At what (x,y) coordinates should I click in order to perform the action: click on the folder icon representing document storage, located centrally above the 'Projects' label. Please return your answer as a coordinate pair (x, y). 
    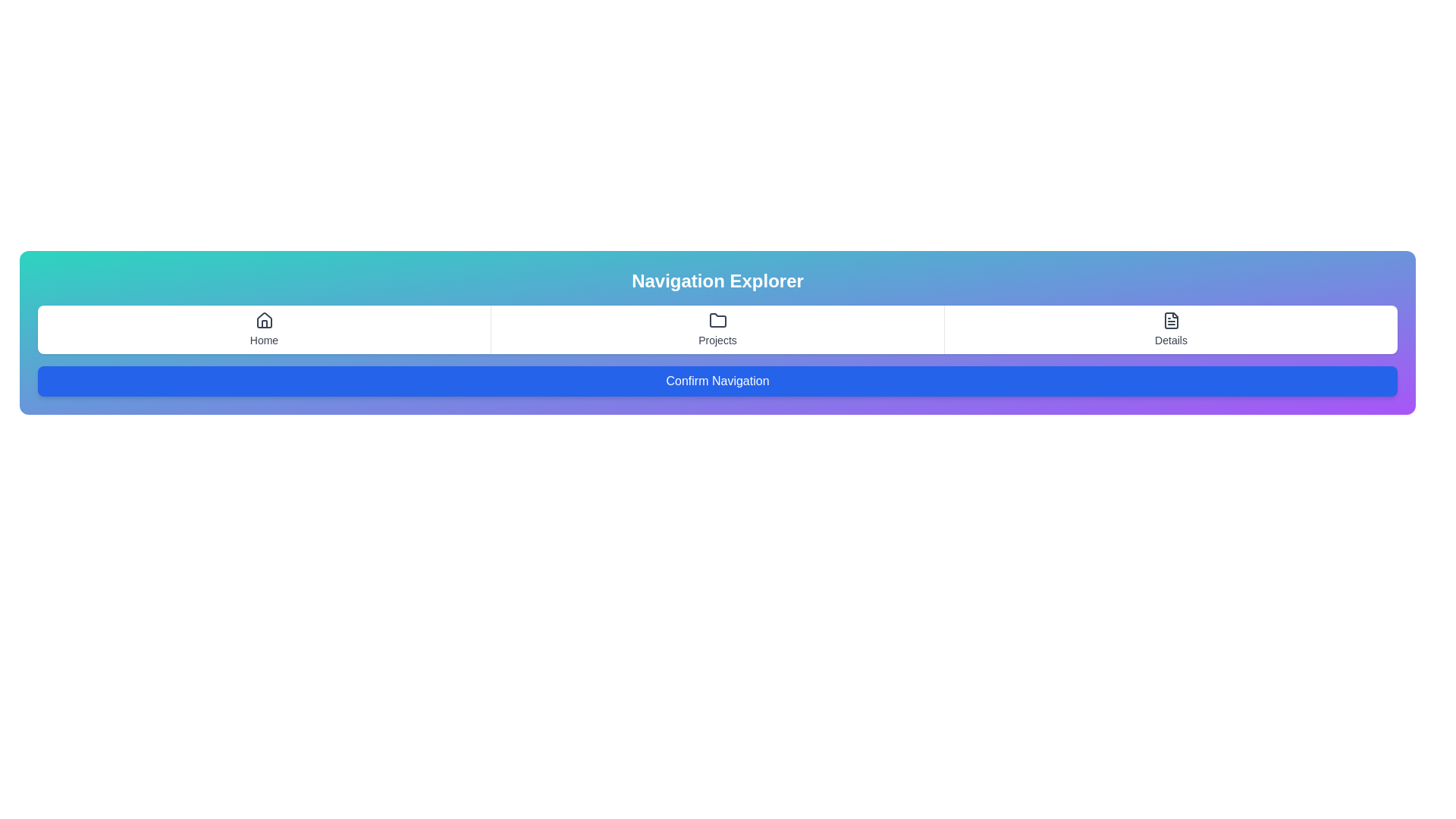
    Looking at the image, I should click on (717, 320).